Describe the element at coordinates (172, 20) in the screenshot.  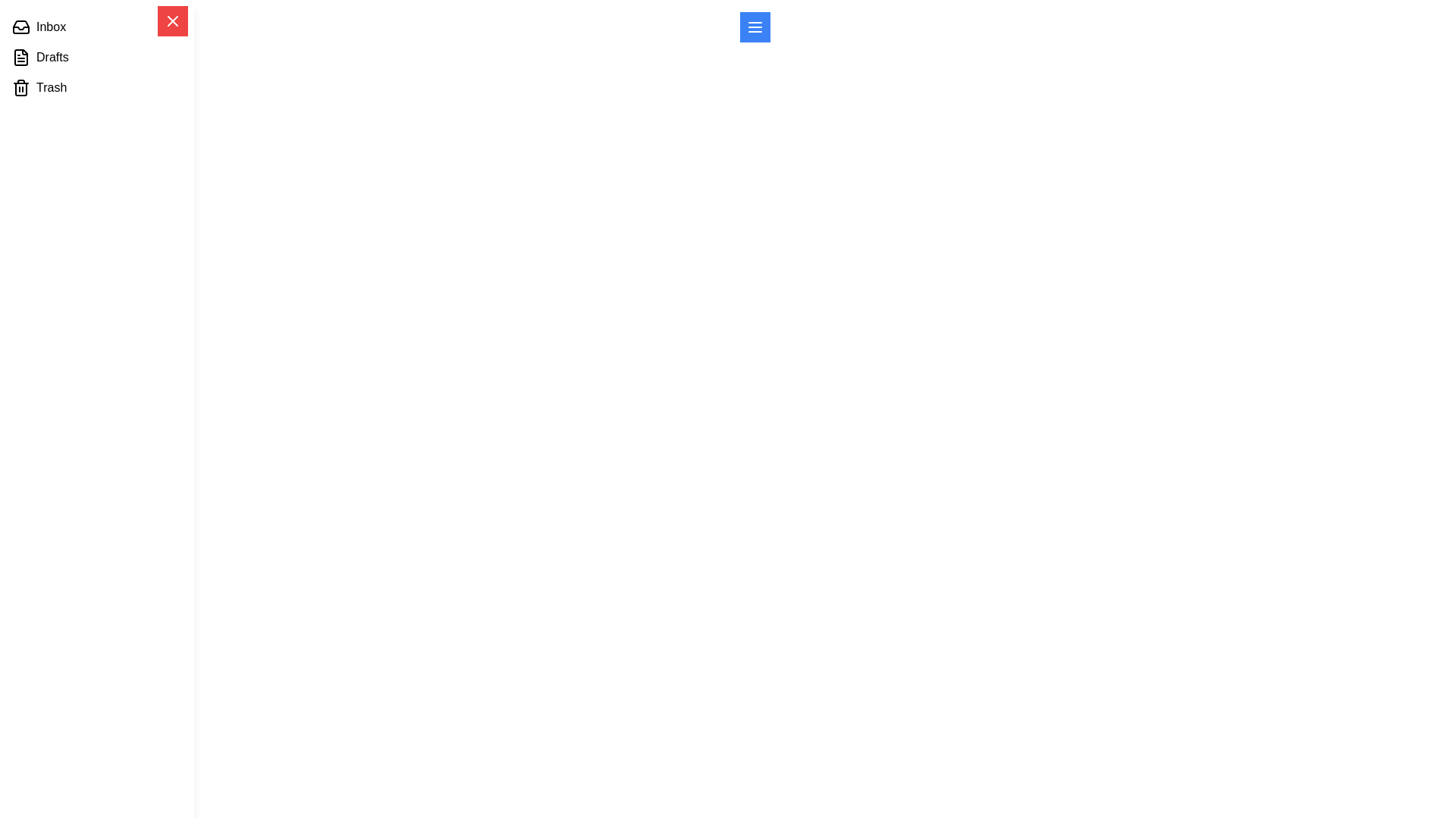
I see `close button to close the drawer` at that location.